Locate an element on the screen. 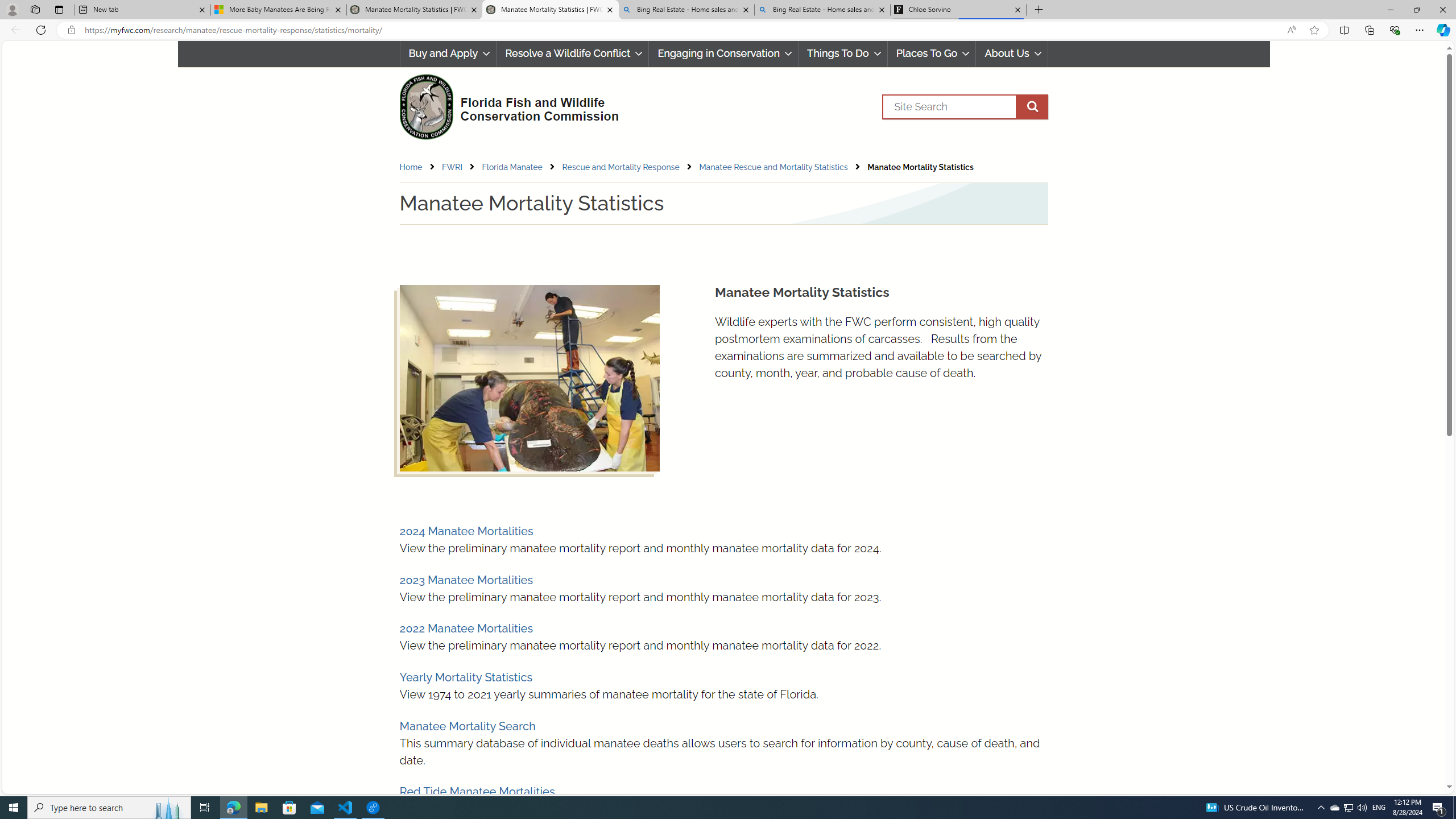 This screenshot has height=819, width=1456. 'Rescue and Mortality Response' is located at coordinates (621, 167).